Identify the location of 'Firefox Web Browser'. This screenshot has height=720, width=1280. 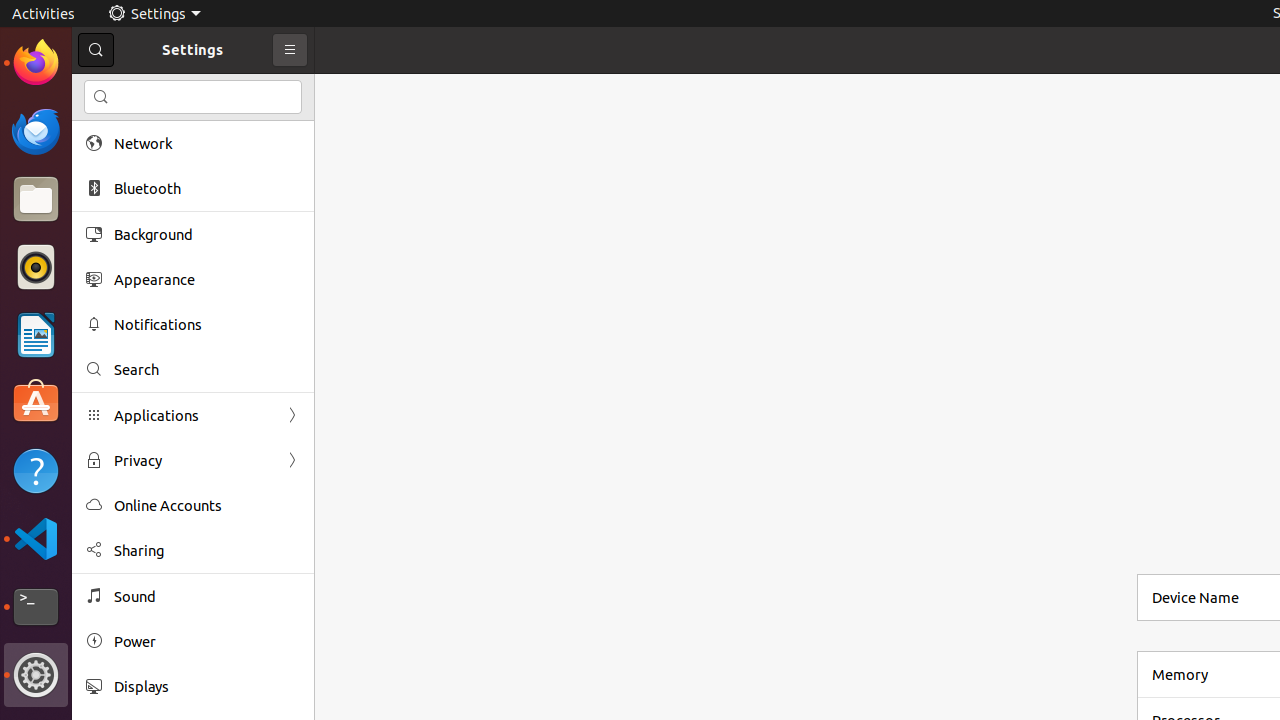
(35, 61).